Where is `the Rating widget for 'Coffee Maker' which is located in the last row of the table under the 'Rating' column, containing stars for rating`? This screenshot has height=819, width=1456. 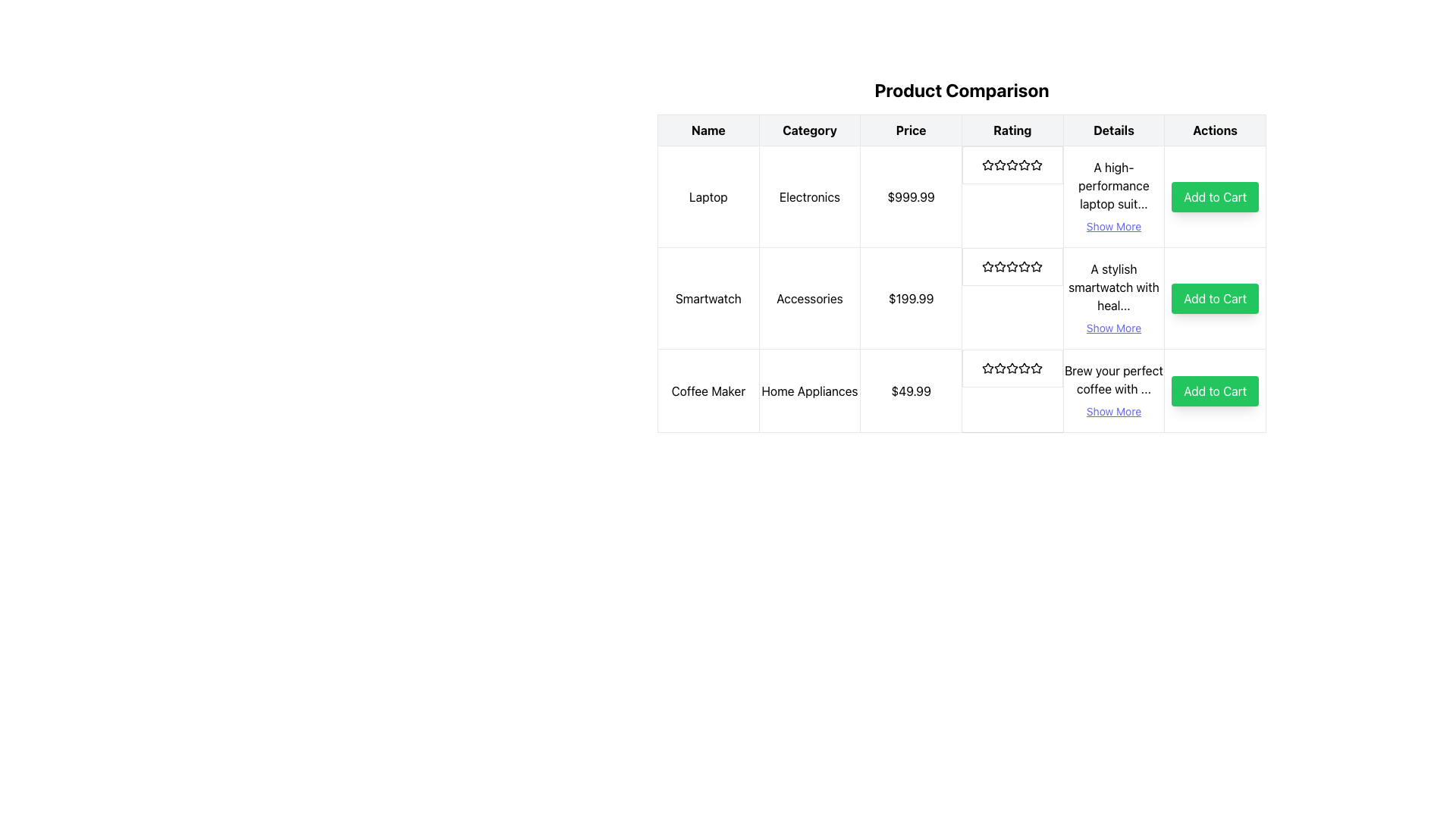 the Rating widget for 'Coffee Maker' which is located in the last row of the table under the 'Rating' column, containing stars for rating is located at coordinates (961, 390).